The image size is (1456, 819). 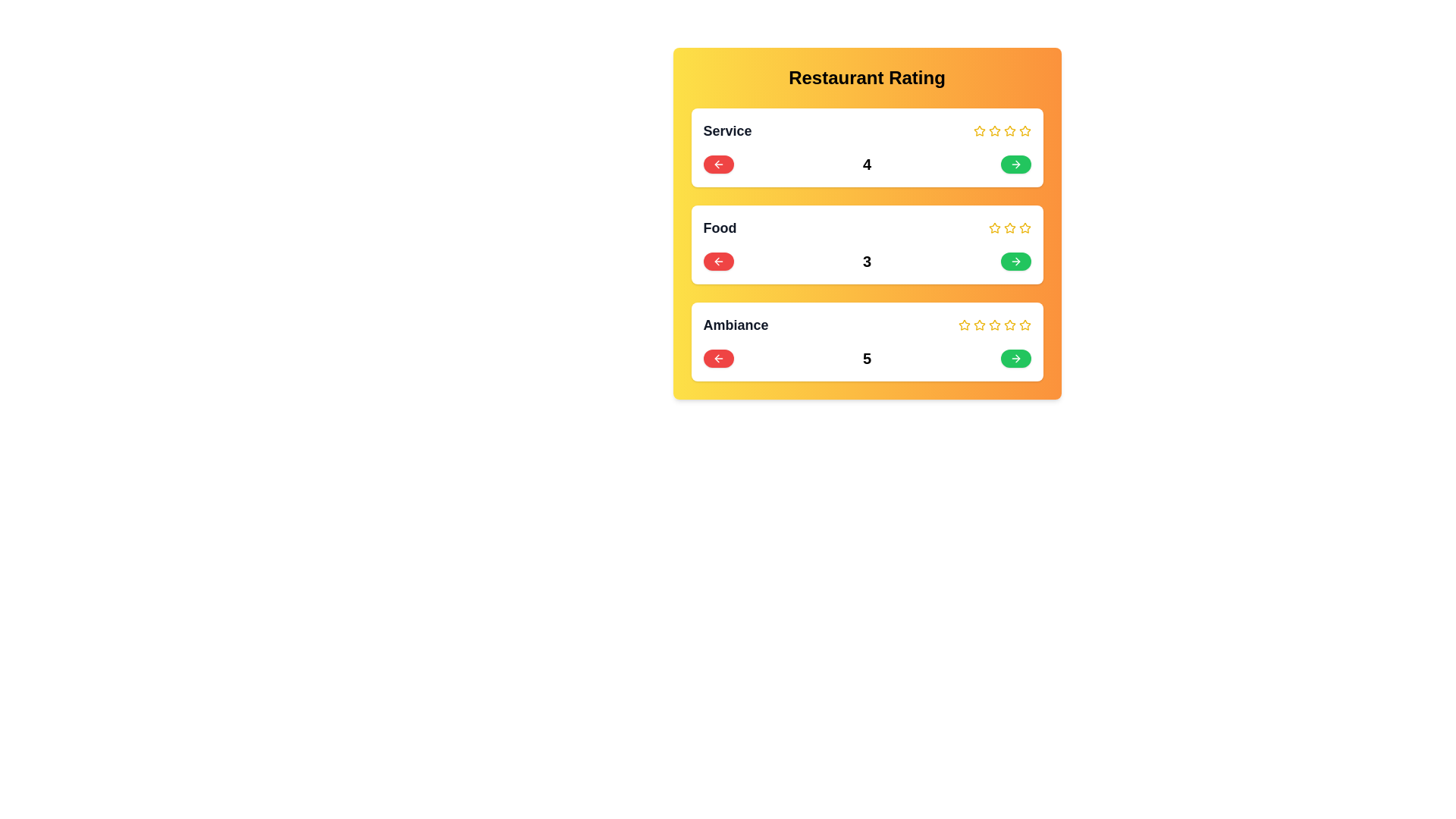 I want to click on the red circular button icon located on the left side of the 'Service' row in the 'Restaurant Rating' interface, so click(x=717, y=164).